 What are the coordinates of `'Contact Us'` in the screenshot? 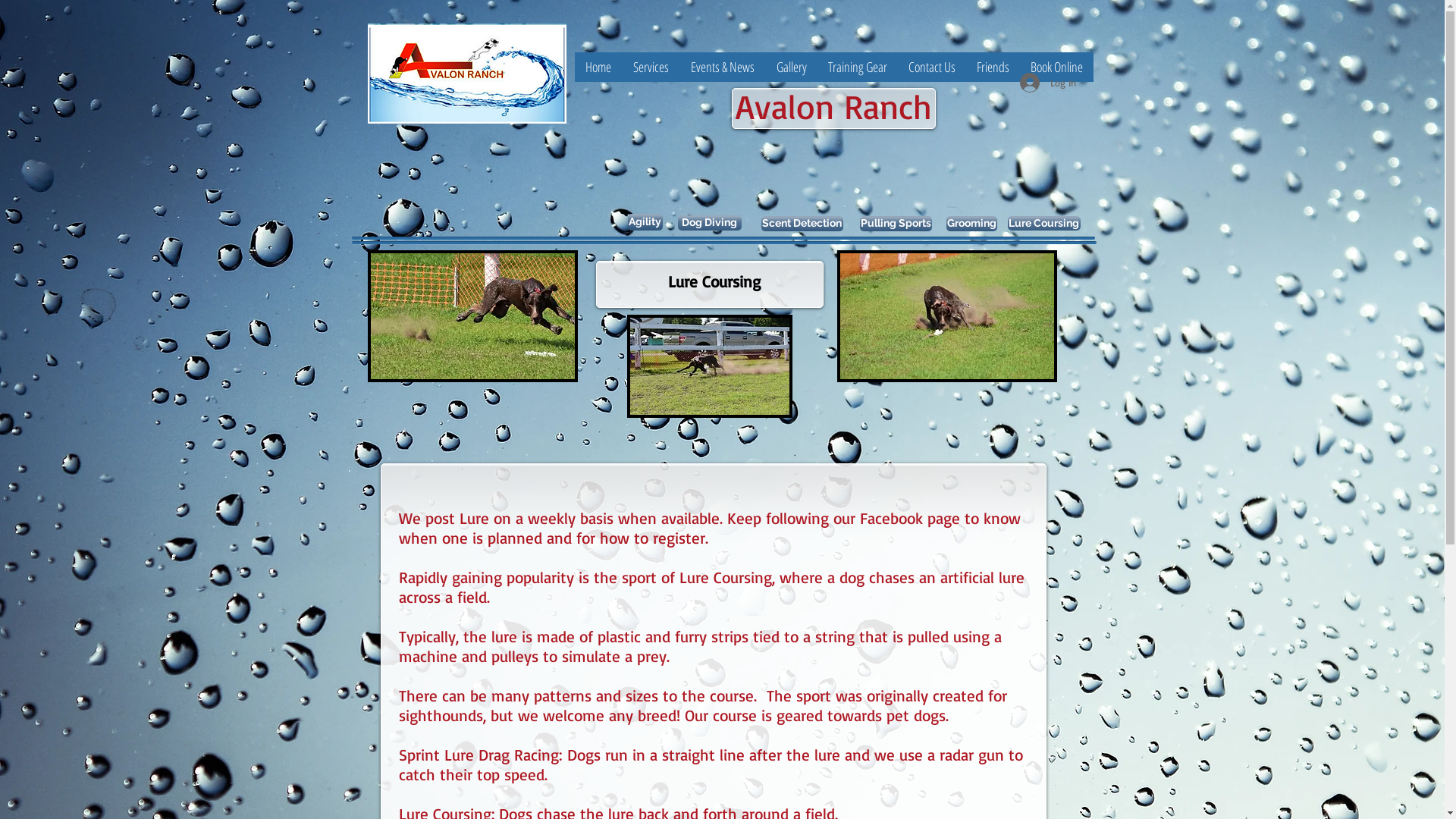 It's located at (930, 66).